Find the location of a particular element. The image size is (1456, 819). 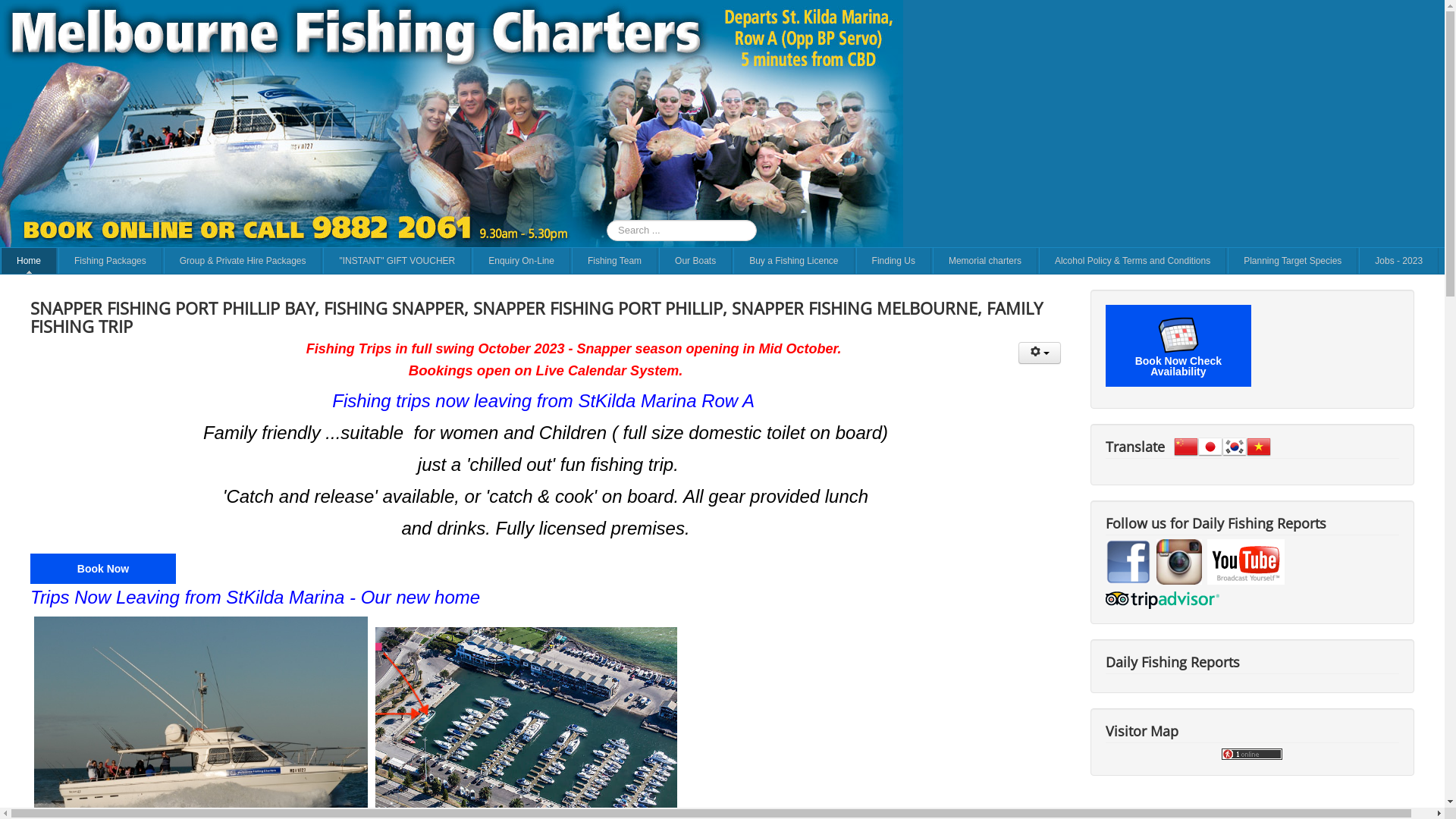

'Finding Us' is located at coordinates (893, 259).